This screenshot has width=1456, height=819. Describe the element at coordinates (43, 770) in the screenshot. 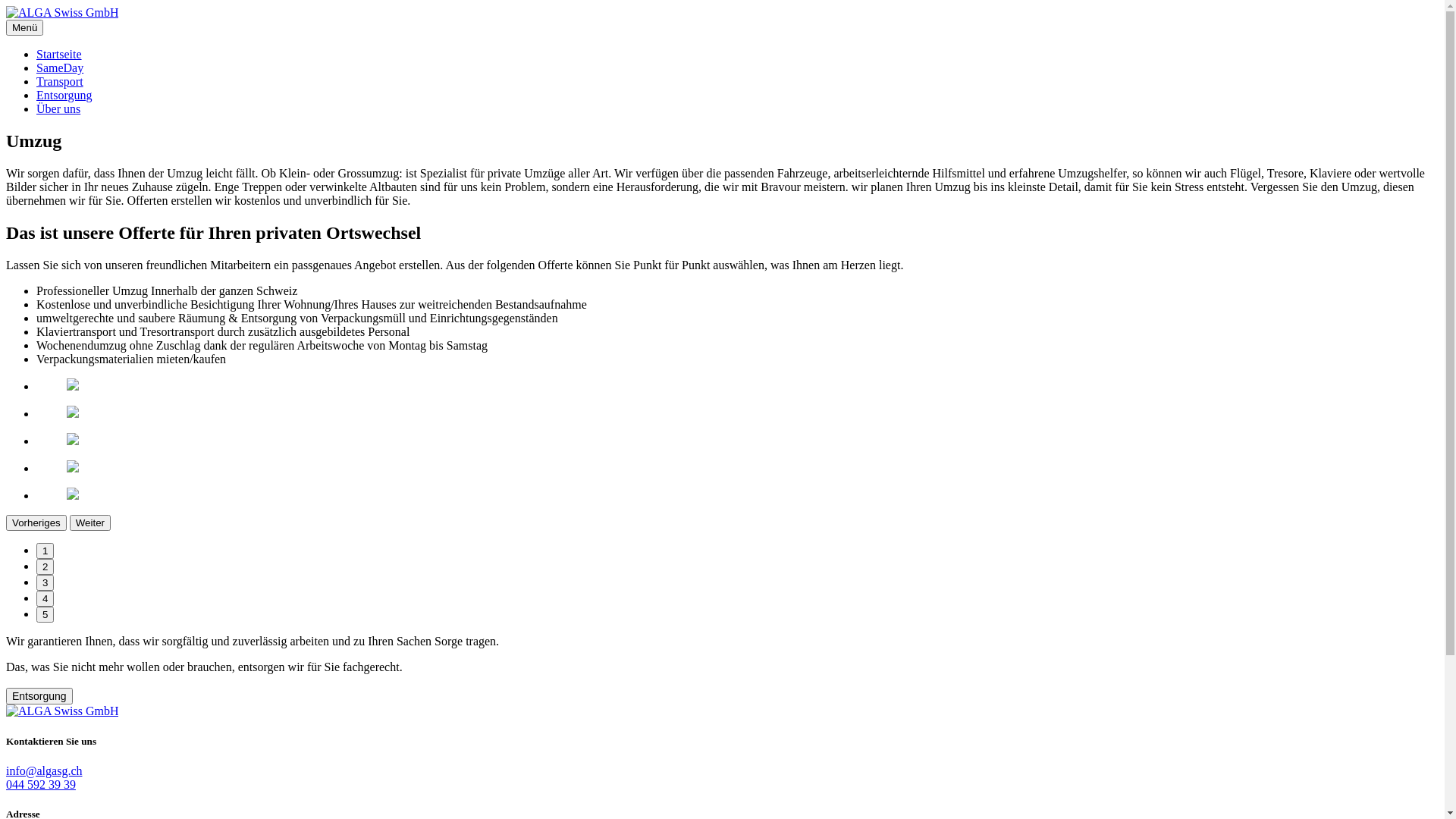

I see `'info@algasg.ch'` at that location.